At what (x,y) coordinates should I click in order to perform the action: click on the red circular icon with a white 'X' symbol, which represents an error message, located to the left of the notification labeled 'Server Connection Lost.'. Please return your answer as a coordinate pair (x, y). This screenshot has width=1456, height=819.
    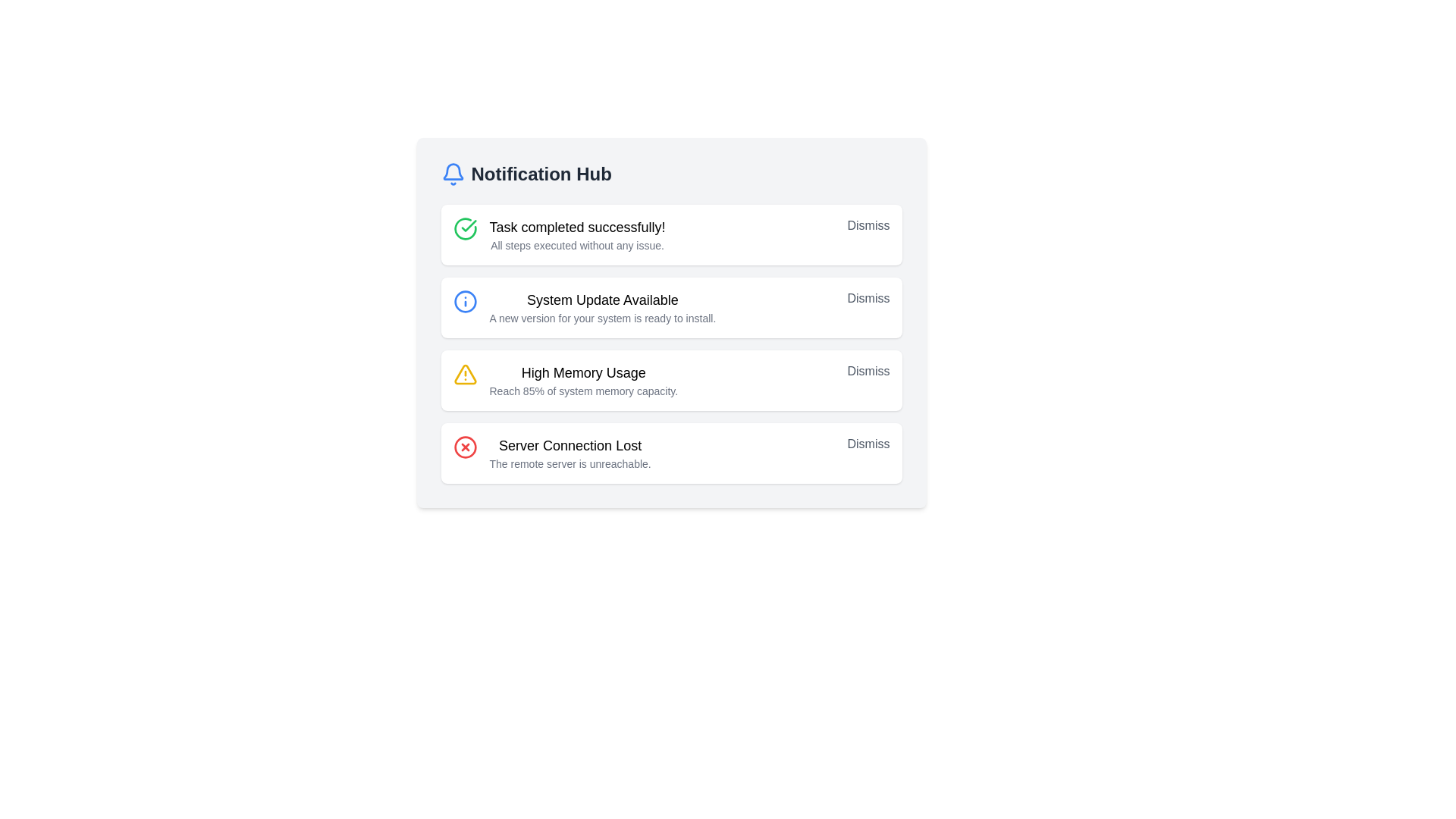
    Looking at the image, I should click on (464, 447).